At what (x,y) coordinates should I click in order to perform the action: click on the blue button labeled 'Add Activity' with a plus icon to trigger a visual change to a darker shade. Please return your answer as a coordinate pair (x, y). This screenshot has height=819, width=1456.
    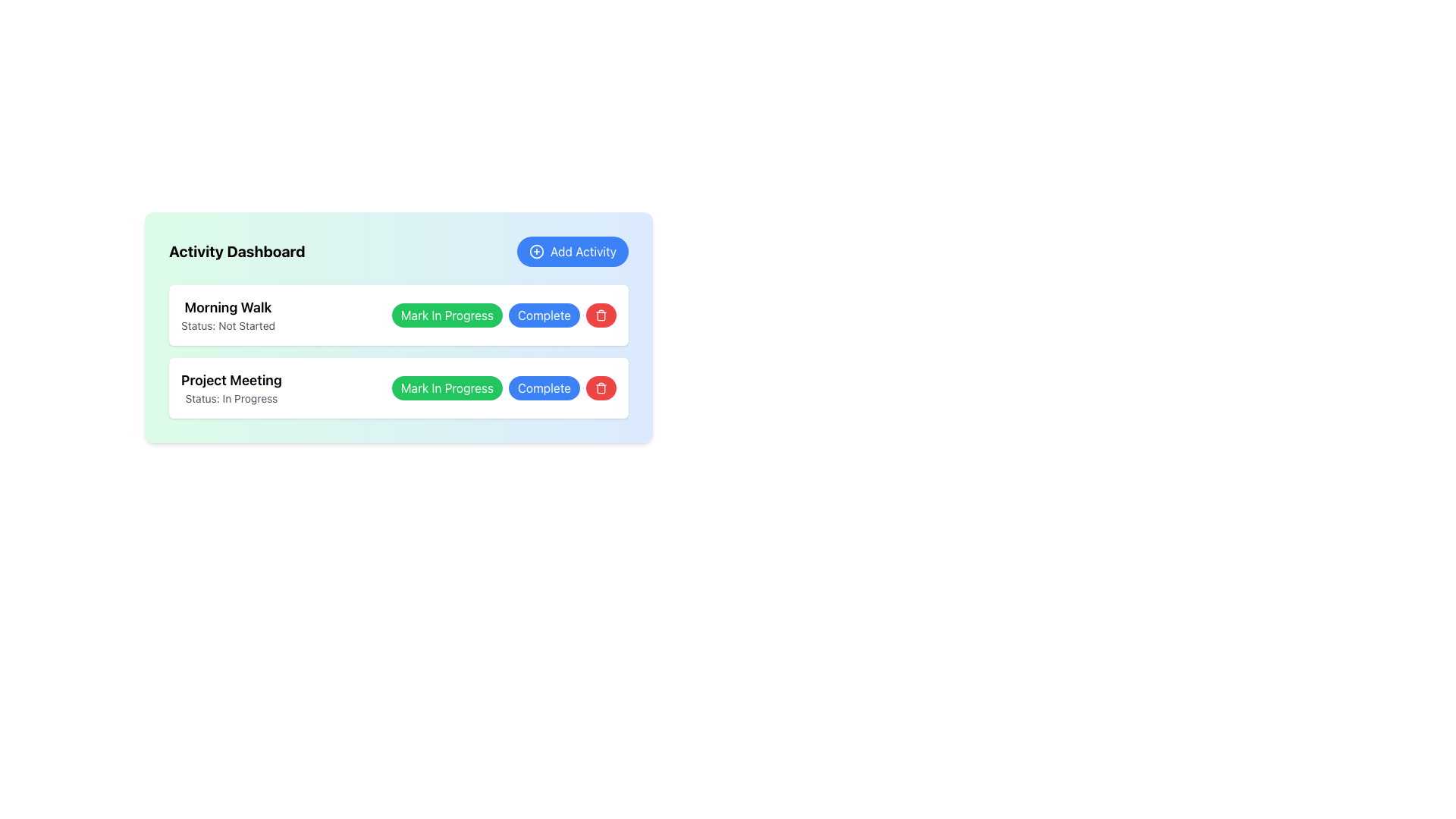
    Looking at the image, I should click on (572, 250).